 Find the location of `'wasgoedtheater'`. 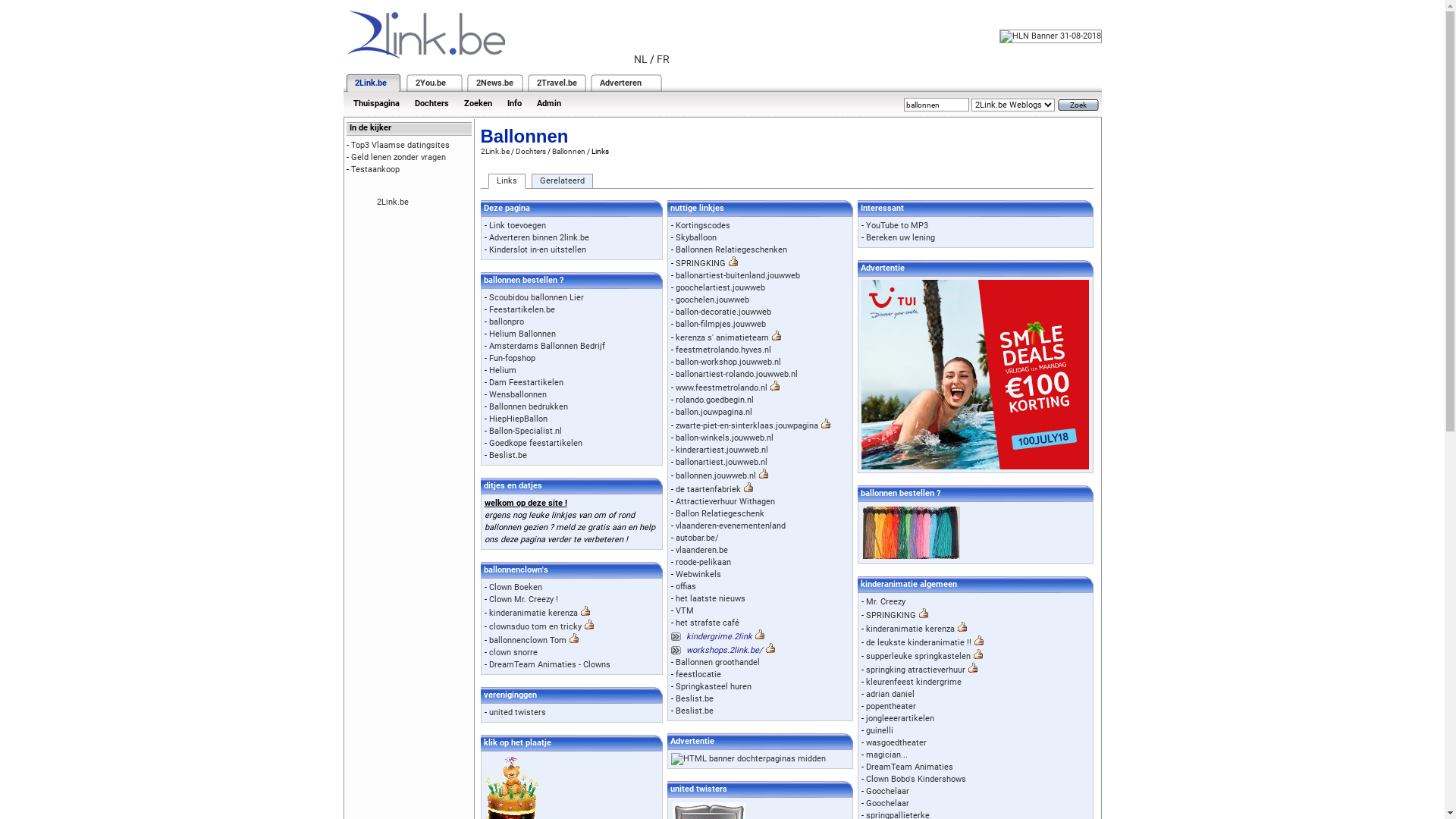

'wasgoedtheater' is located at coordinates (896, 742).